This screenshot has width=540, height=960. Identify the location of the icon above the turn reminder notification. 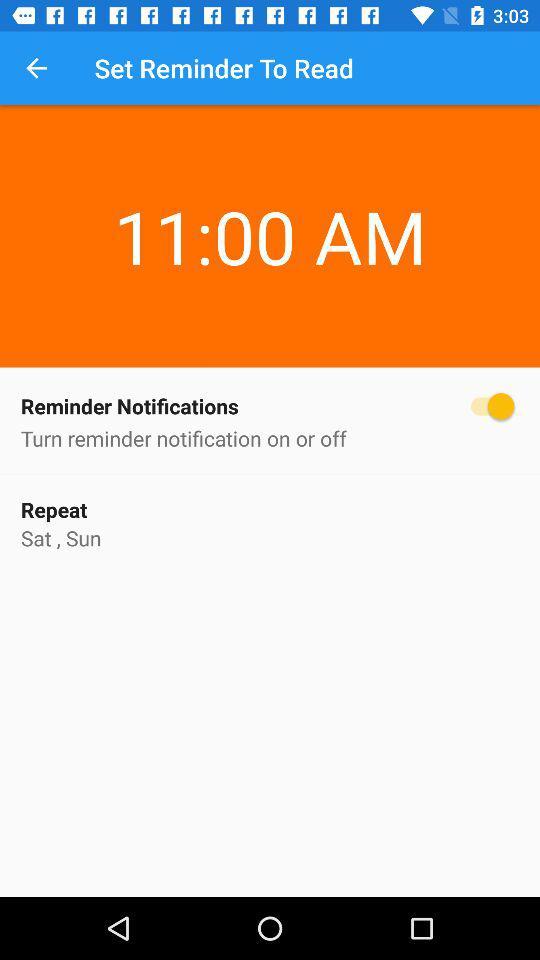
(270, 405).